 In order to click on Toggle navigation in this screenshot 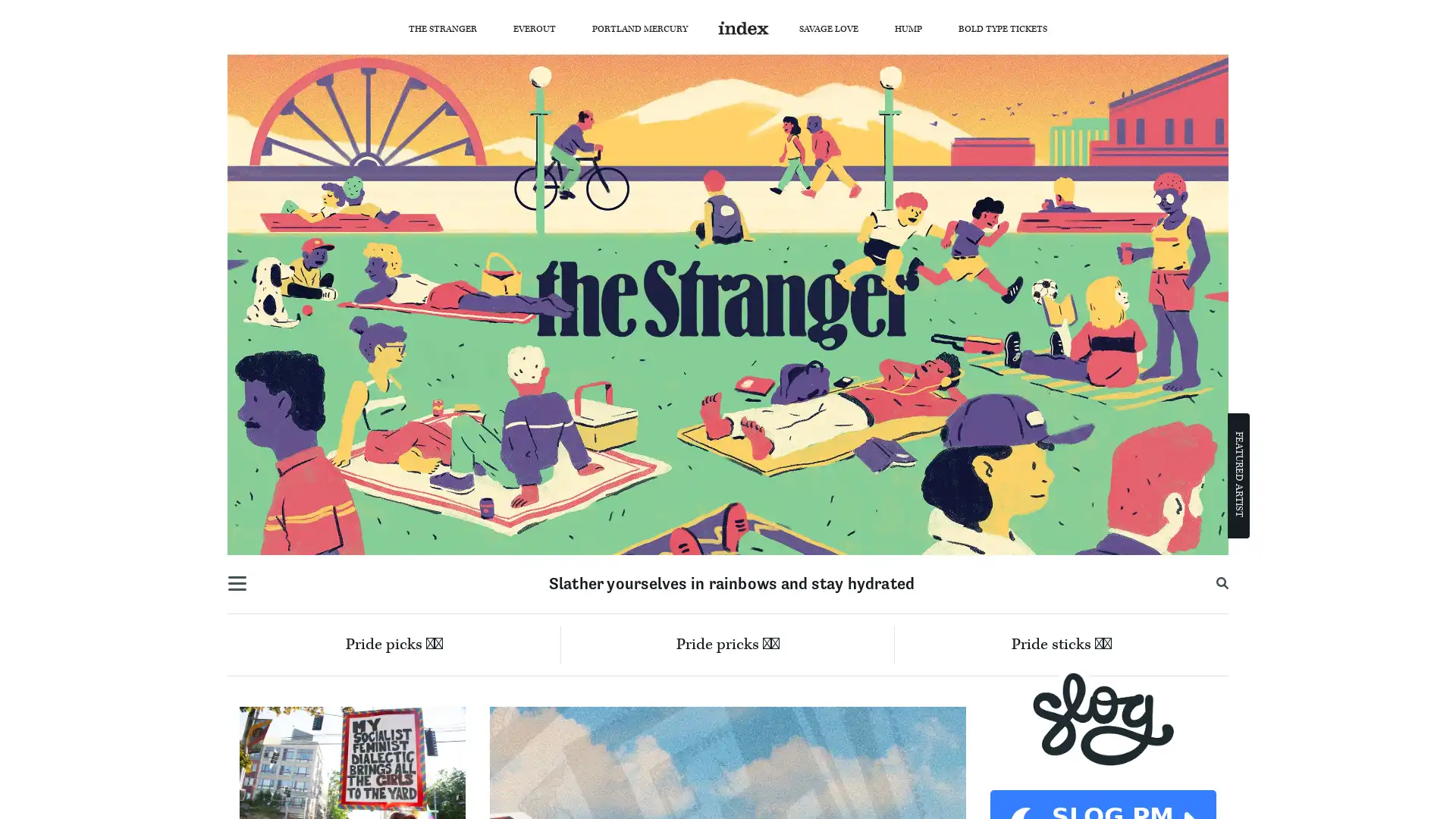, I will do `click(236, 583)`.